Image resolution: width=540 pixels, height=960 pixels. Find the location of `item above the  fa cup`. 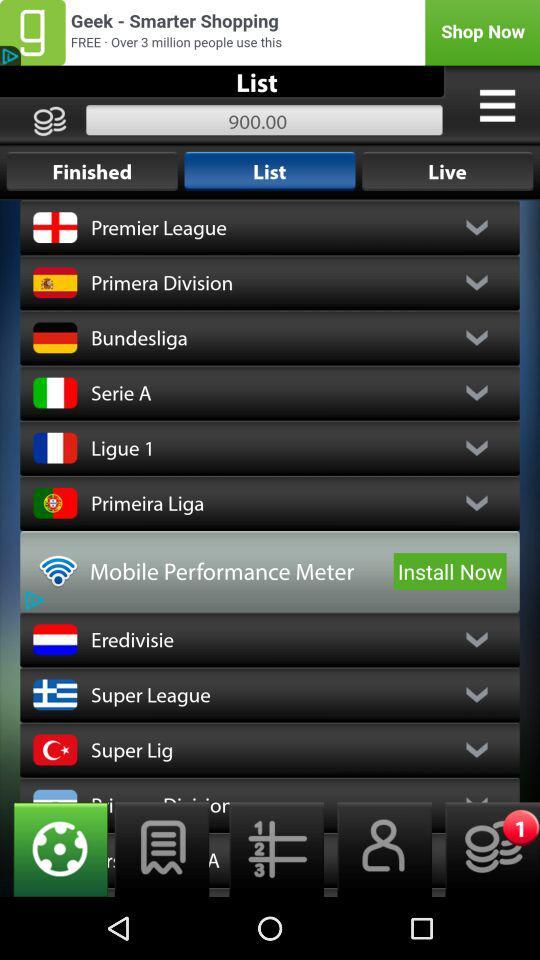

item above the  fa cup is located at coordinates (54, 848).